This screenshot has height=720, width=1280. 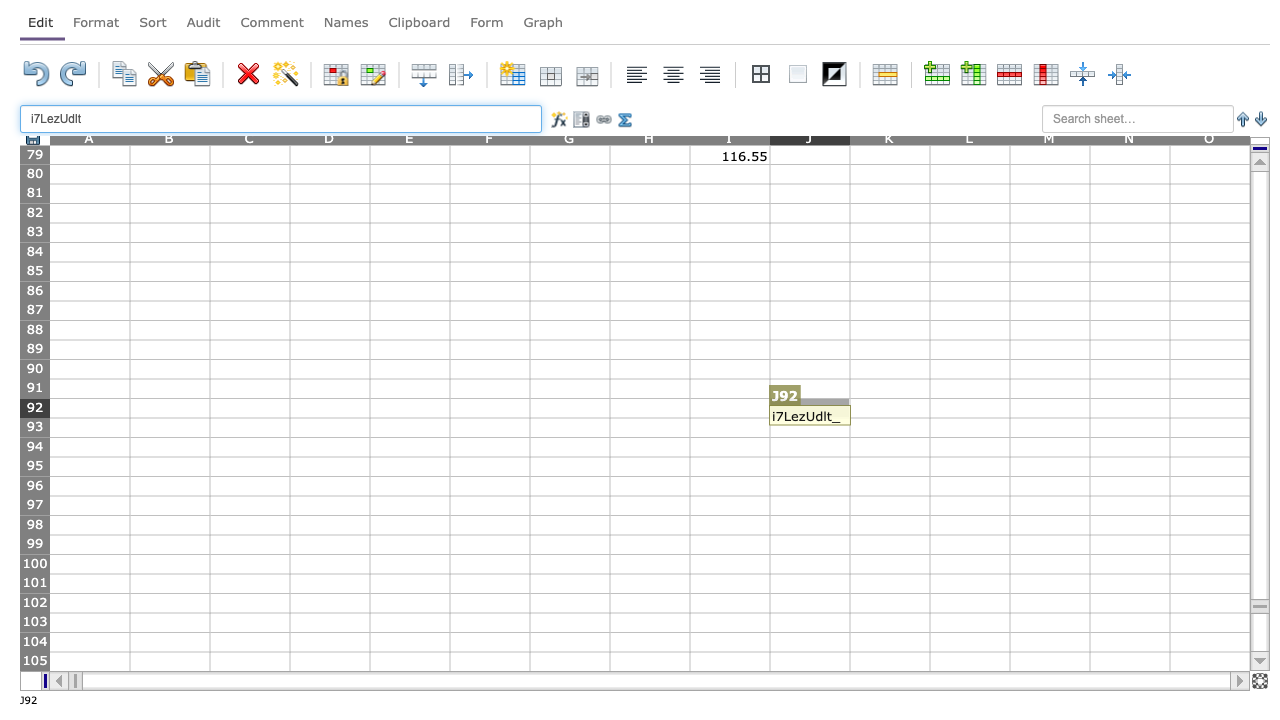 I want to click on Cell L-105, so click(x=969, y=661).